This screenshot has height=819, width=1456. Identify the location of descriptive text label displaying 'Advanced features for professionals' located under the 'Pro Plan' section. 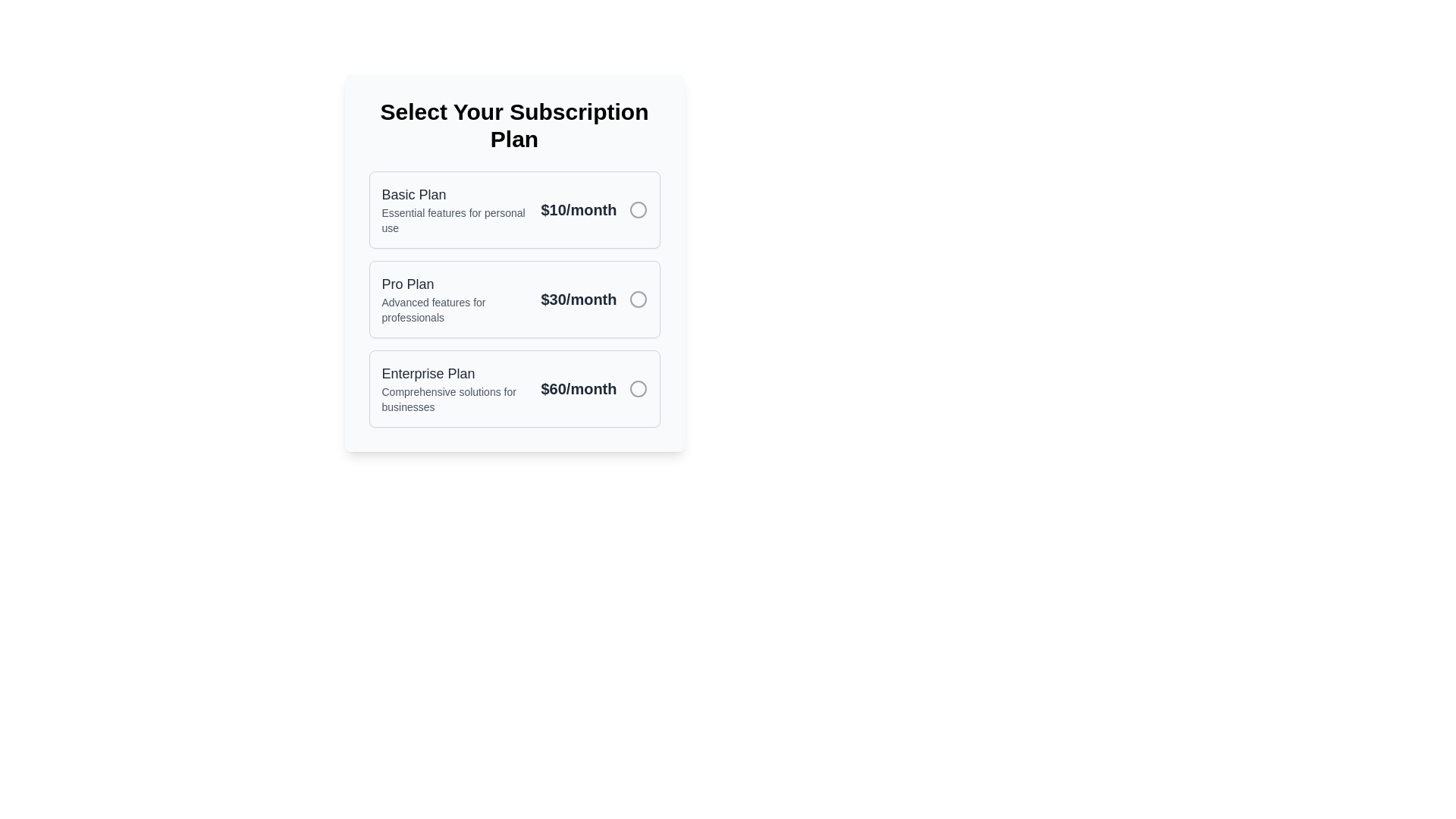
(454, 309).